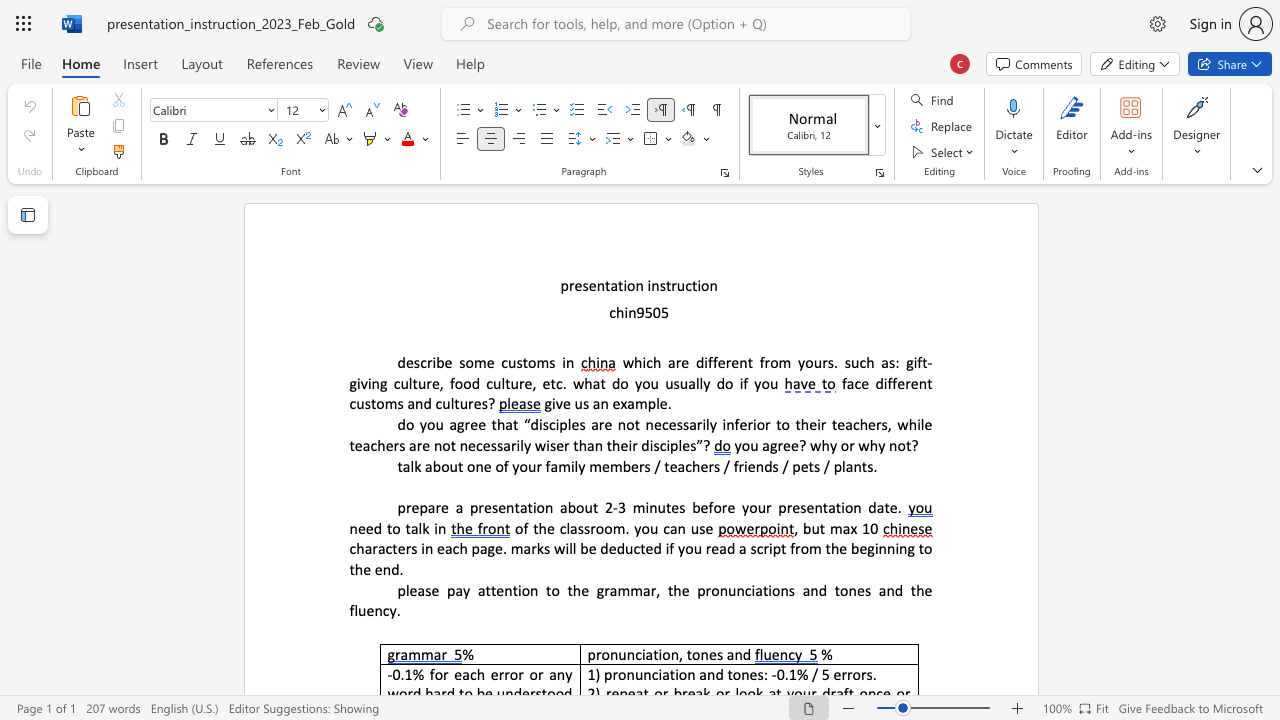 The image size is (1280, 720). What do you see at coordinates (577, 285) in the screenshot?
I see `the 1th character "e" in the text` at bounding box center [577, 285].